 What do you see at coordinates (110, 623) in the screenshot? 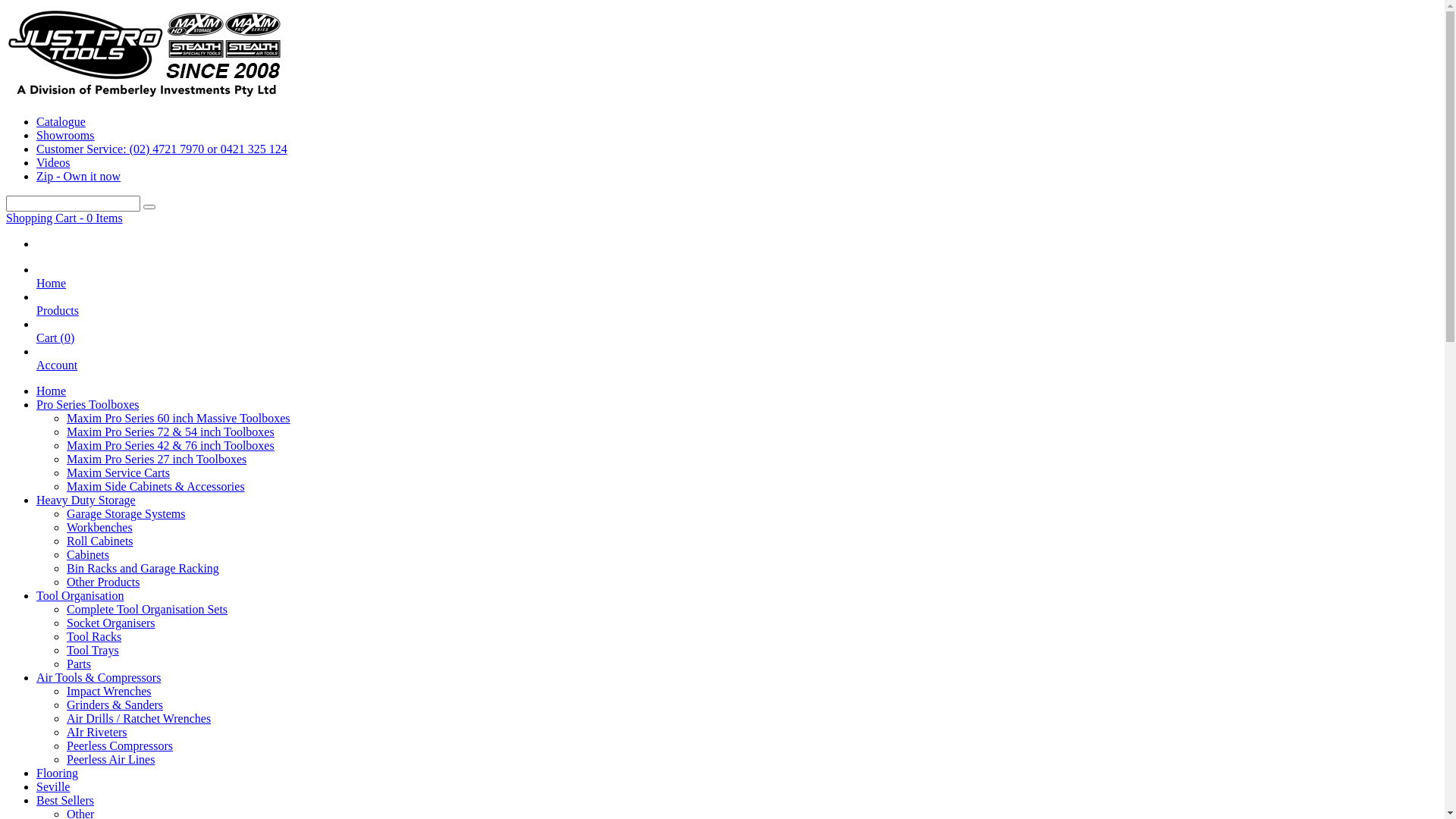
I see `'Socket Organisers'` at bounding box center [110, 623].